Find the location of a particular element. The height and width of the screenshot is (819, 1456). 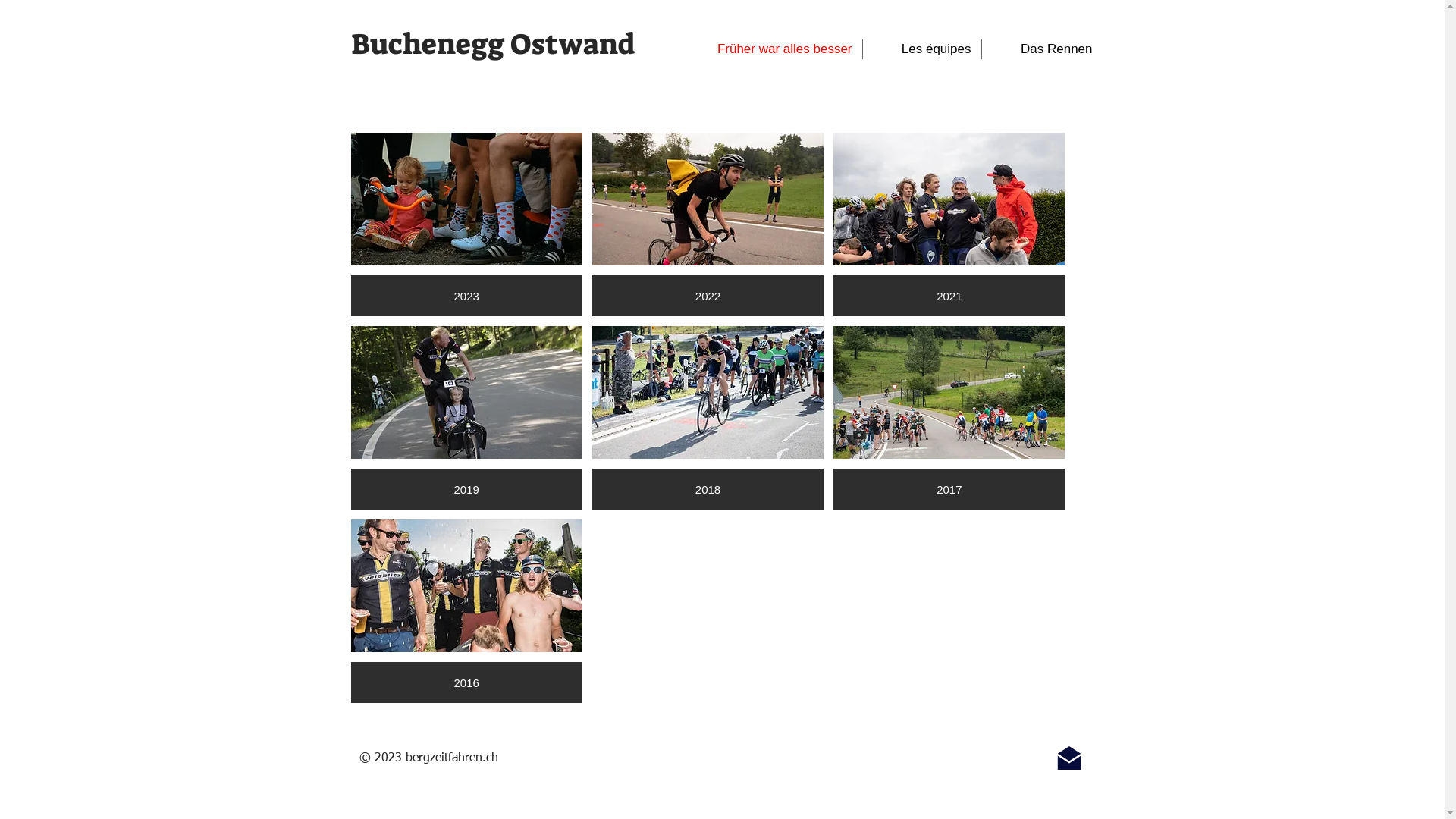

'2017' is located at coordinates (948, 418).